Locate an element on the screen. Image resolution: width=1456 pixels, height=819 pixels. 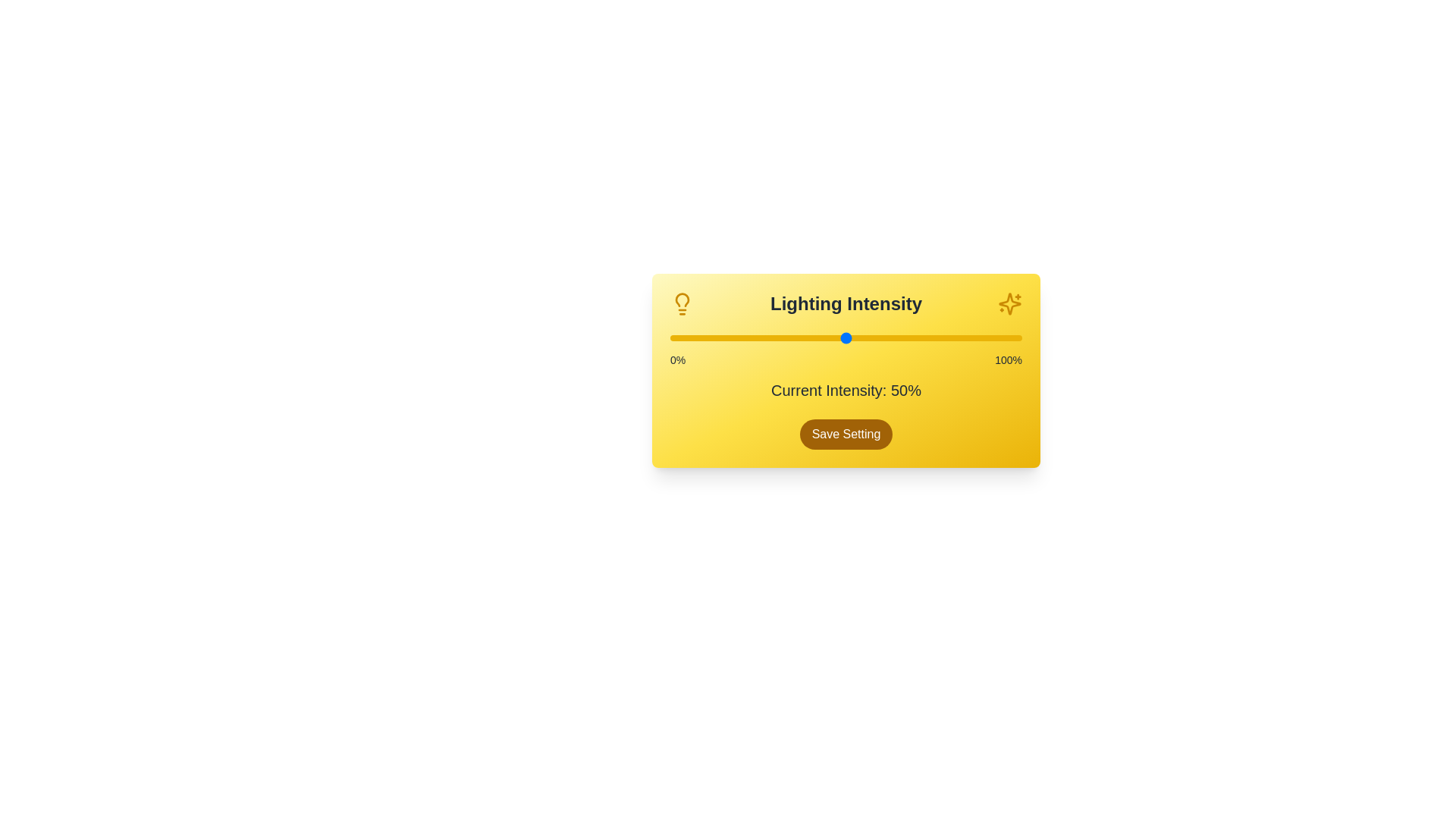
the 'Save Setting' button to save the current intensity is located at coordinates (846, 435).